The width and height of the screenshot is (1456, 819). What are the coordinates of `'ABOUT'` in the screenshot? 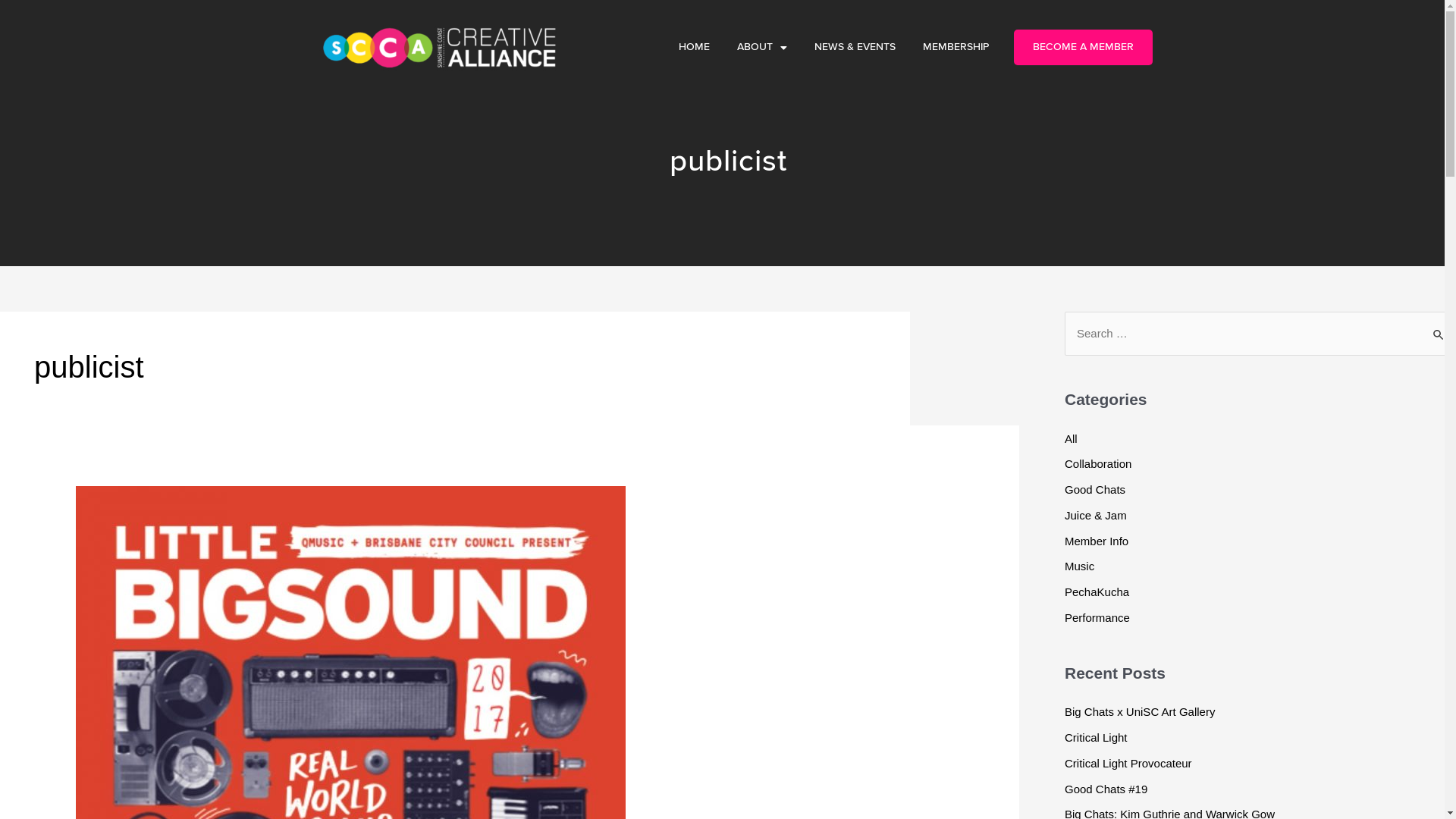 It's located at (723, 46).